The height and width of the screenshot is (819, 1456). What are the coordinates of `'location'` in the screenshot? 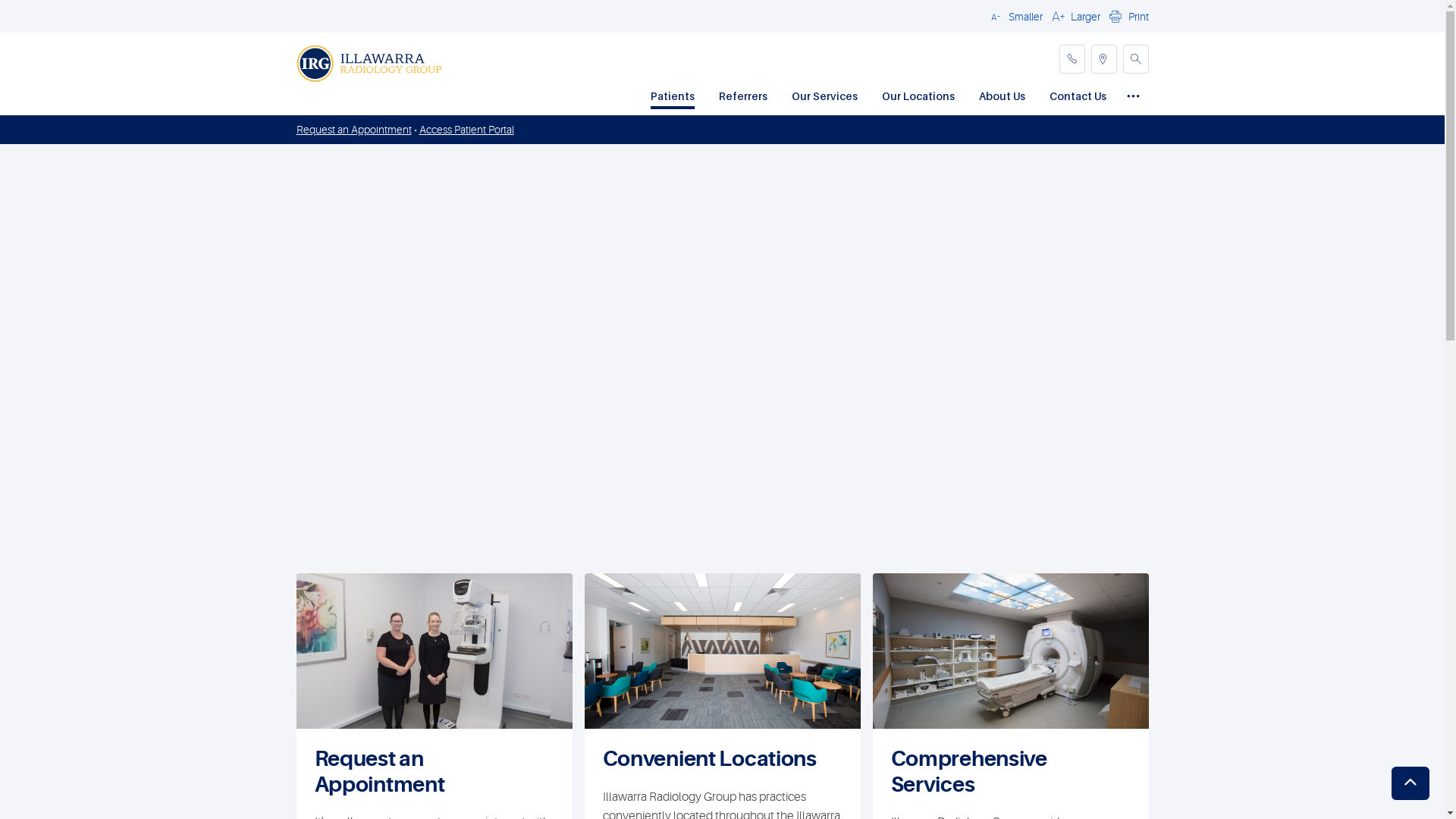 It's located at (1103, 58).